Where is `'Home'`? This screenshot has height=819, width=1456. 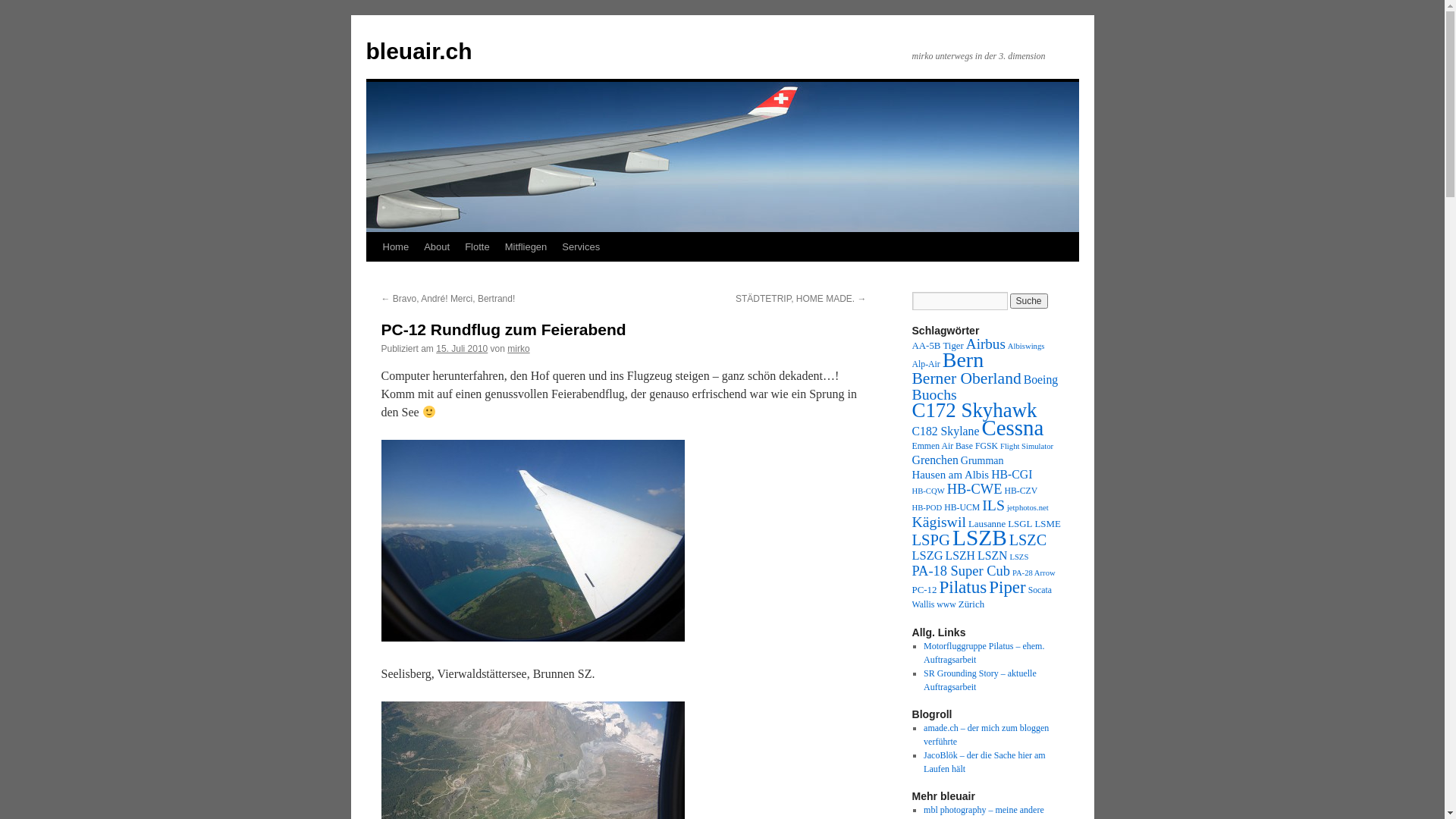
'Home' is located at coordinates (395, 246).